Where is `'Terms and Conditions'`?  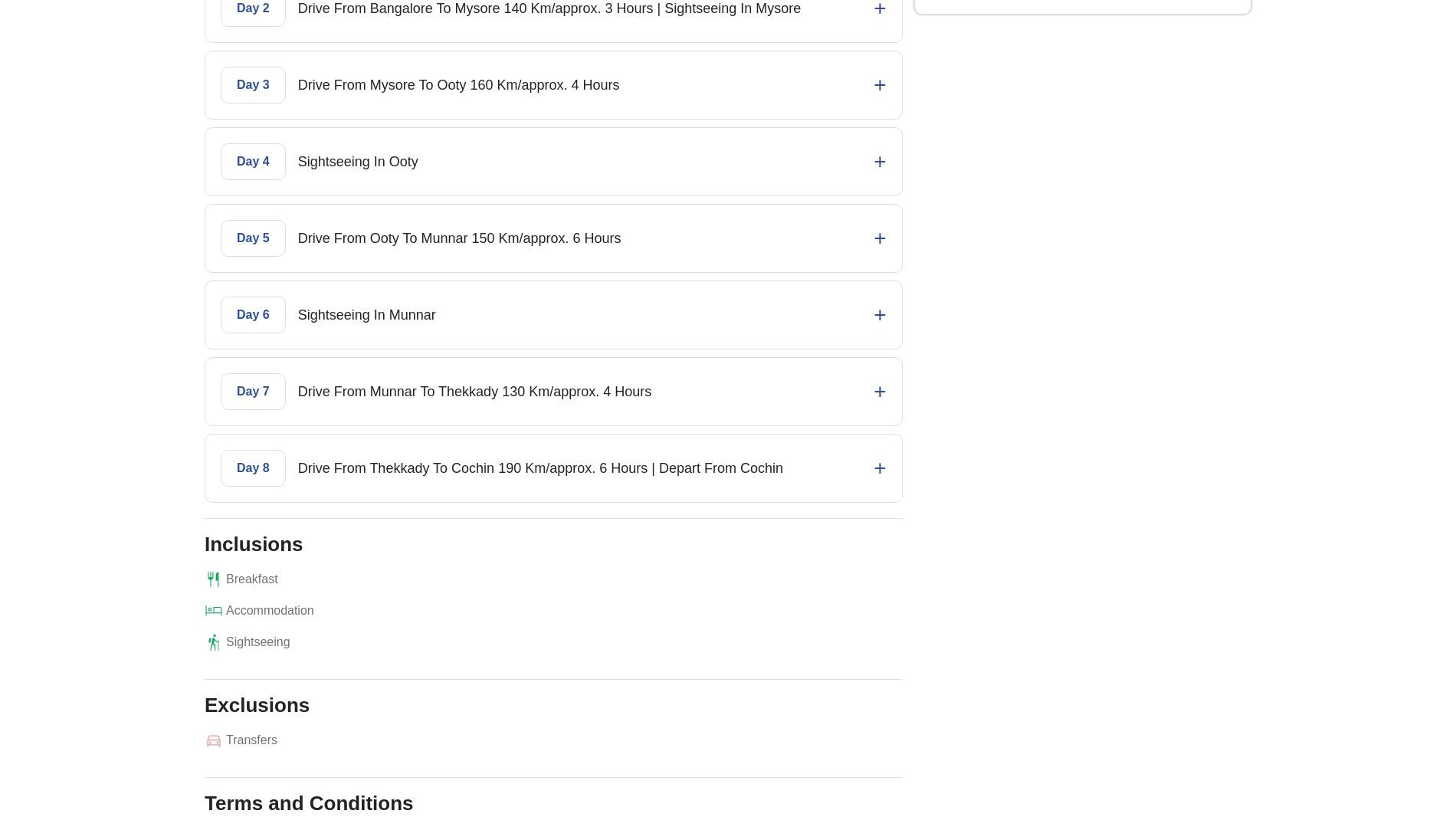 'Terms and Conditions' is located at coordinates (203, 802).